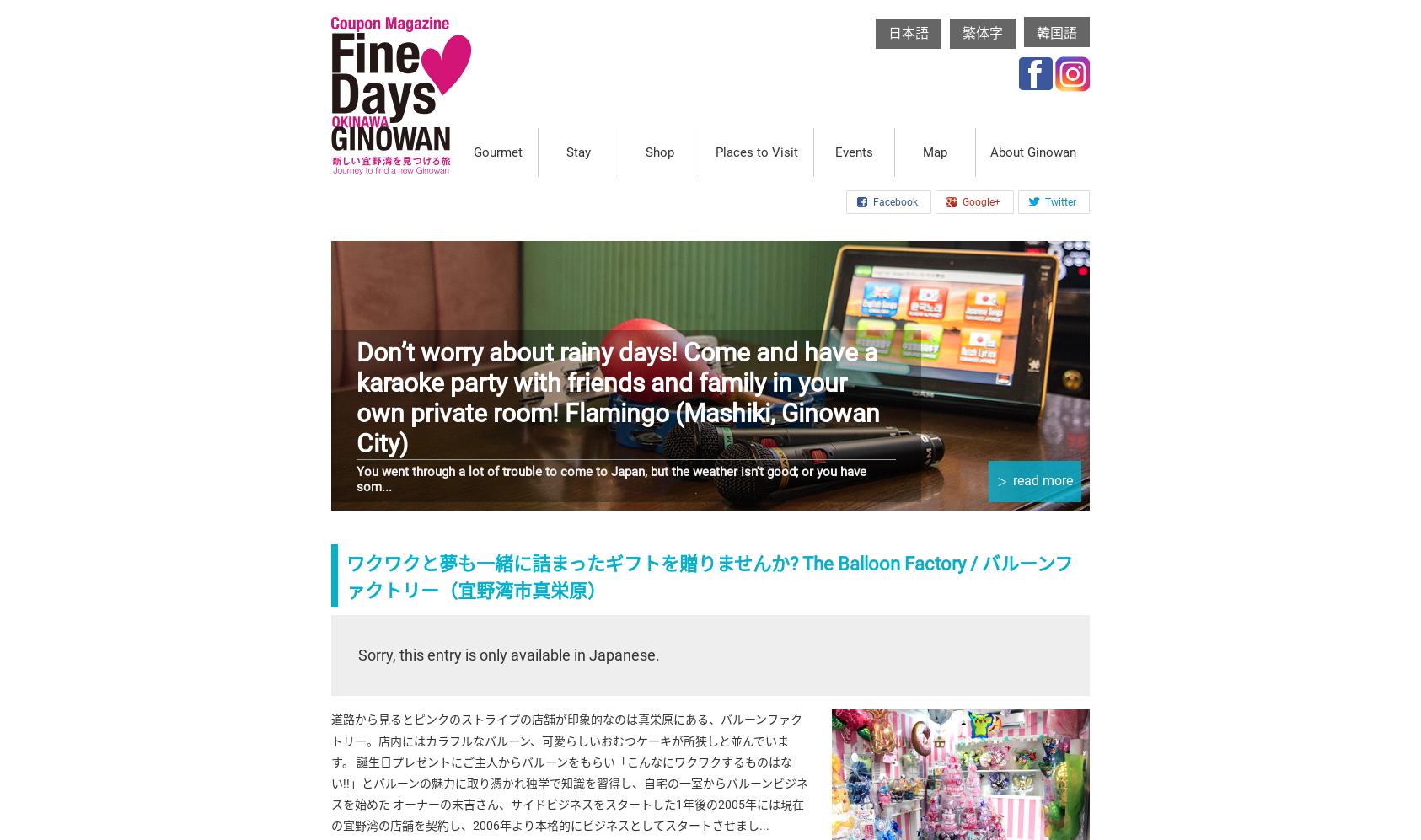 The height and width of the screenshot is (840, 1421). Describe the element at coordinates (1032, 151) in the screenshot. I see `'About Ginowan'` at that location.